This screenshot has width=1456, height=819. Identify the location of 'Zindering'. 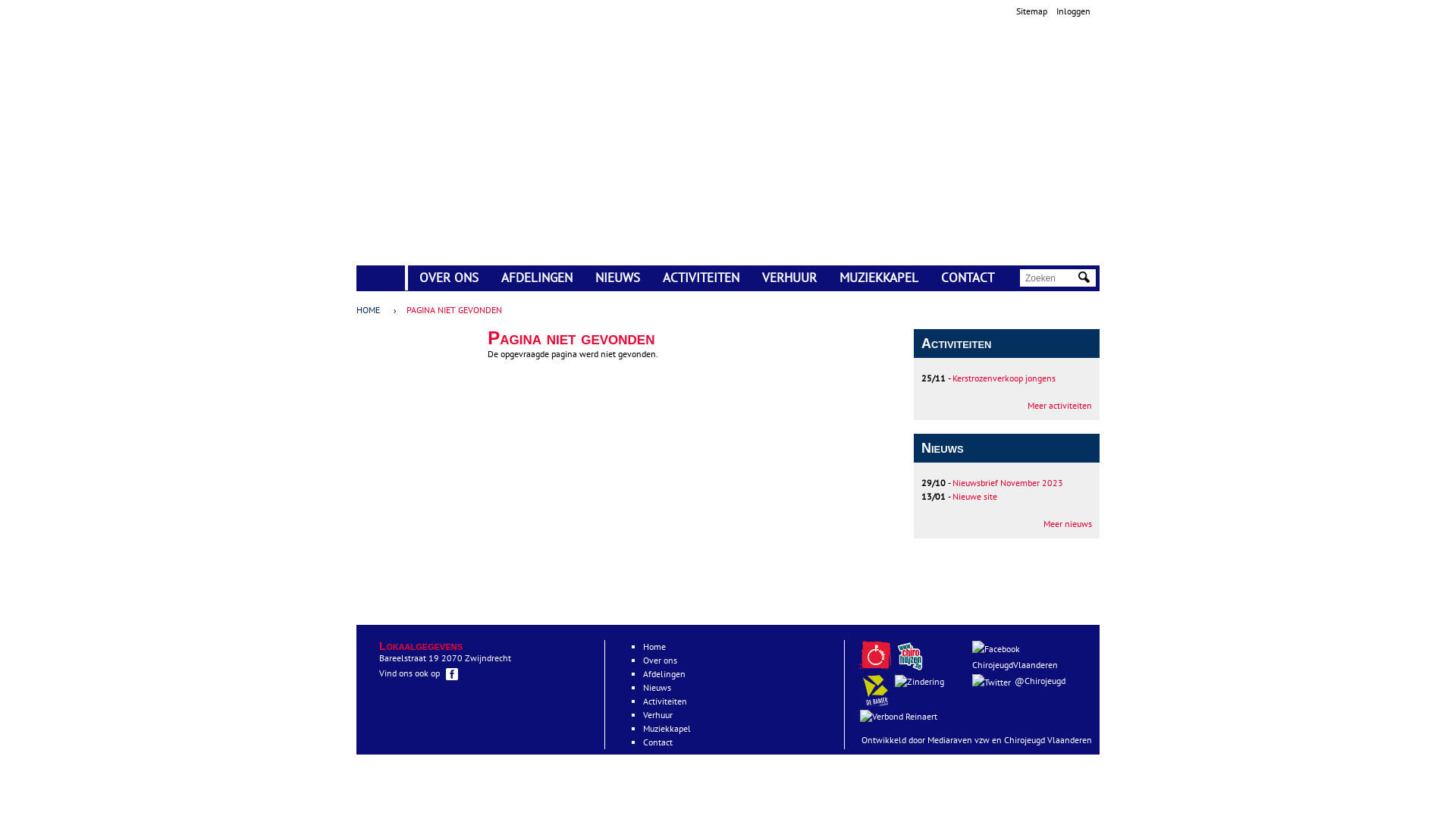
(918, 680).